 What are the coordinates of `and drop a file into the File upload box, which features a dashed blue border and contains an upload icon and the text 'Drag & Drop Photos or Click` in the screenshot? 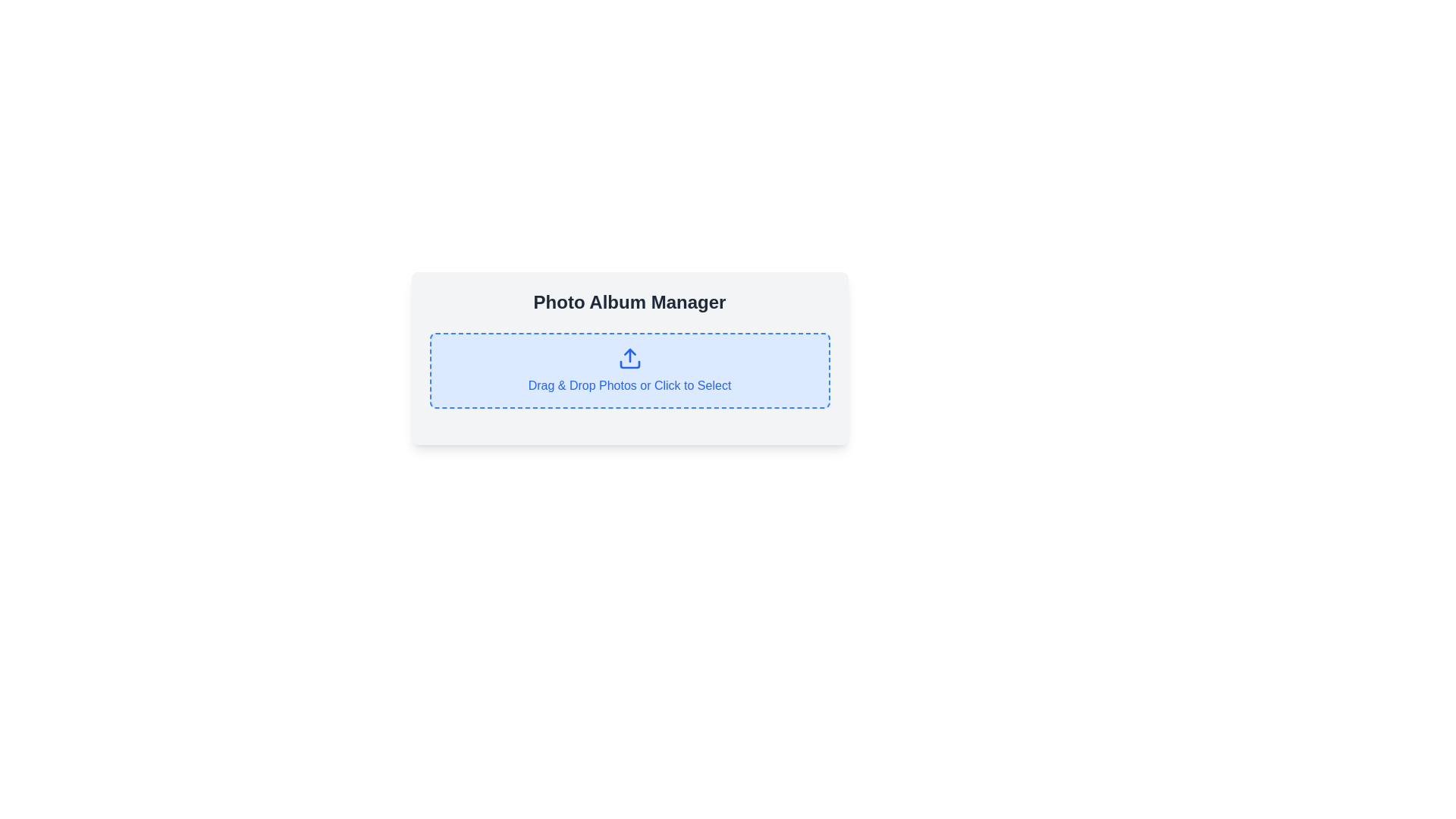 It's located at (629, 371).